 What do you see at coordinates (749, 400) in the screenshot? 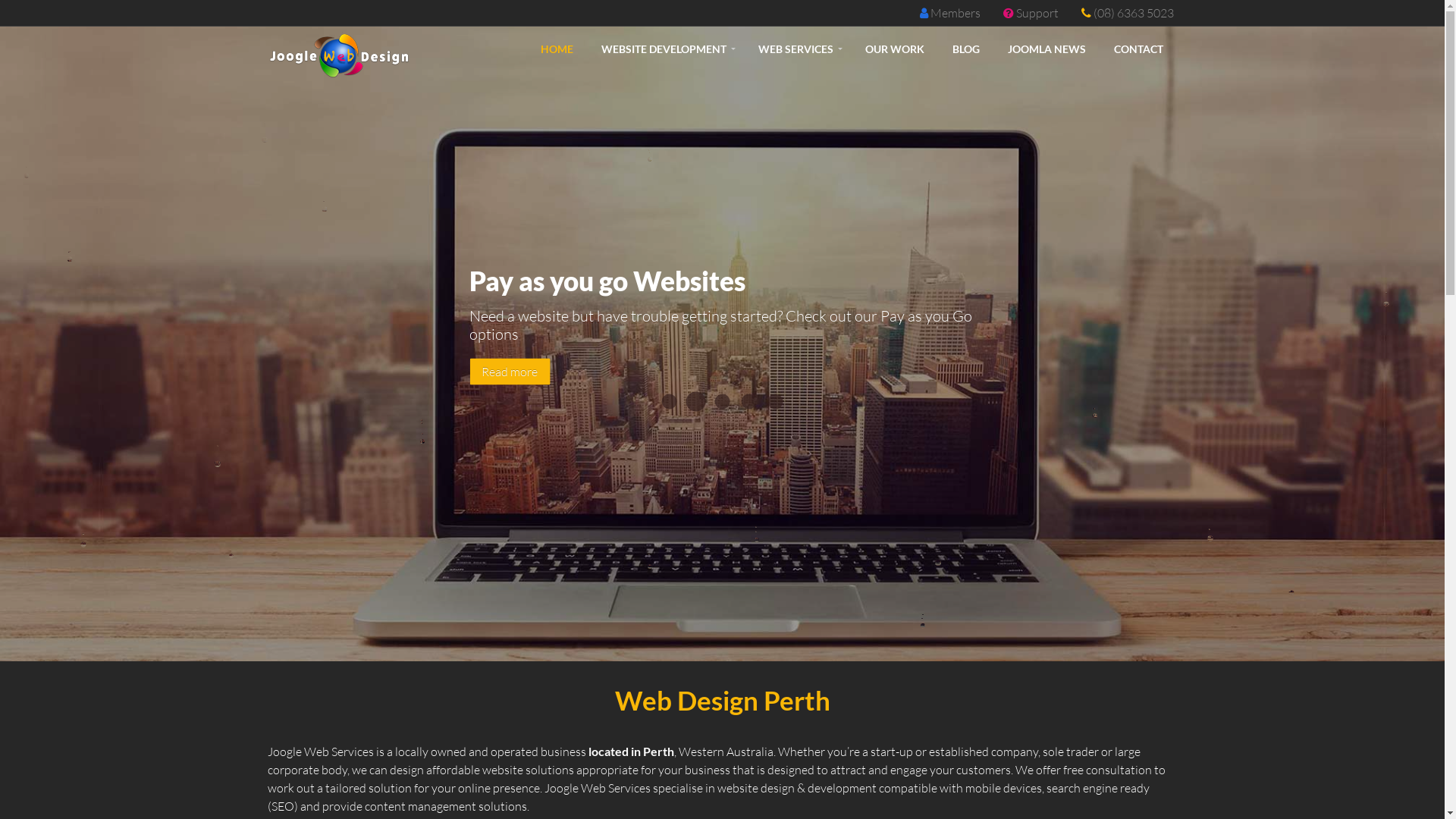
I see `'Joomla Maintenance & Security'` at bounding box center [749, 400].